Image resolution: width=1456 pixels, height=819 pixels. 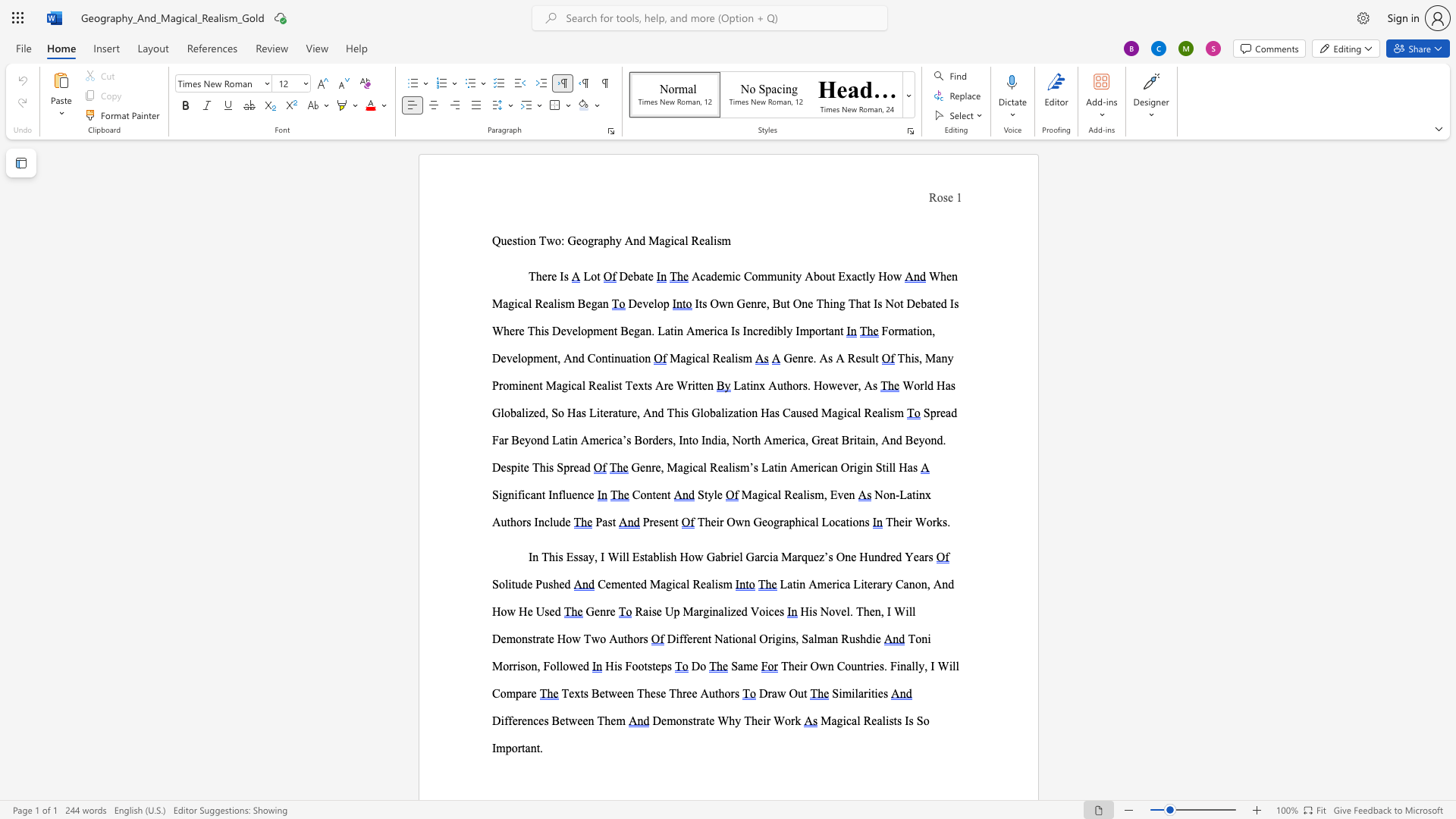 I want to click on the 2th character "A" in the text, so click(x=868, y=384).